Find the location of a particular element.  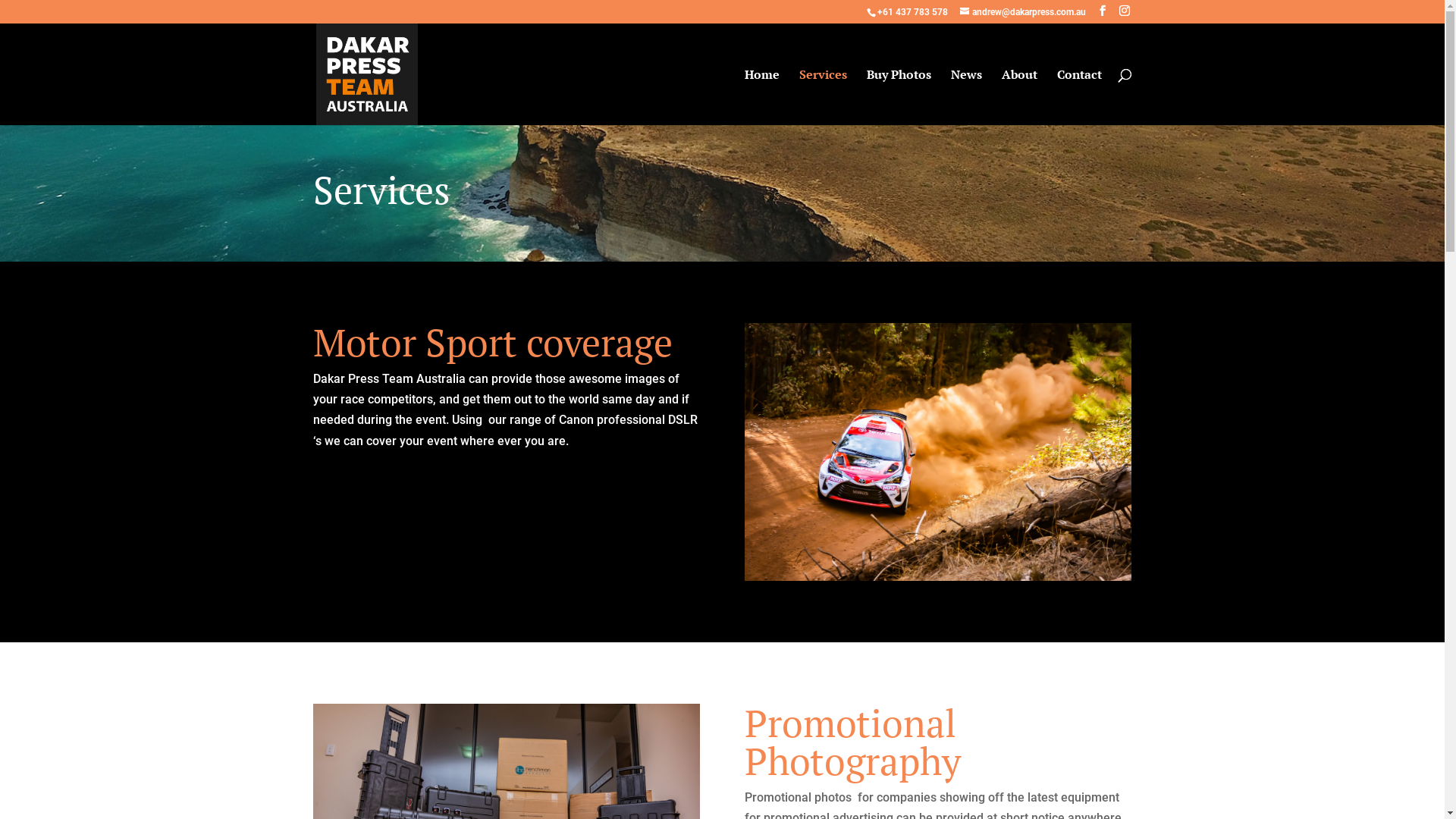

'Services' is located at coordinates (822, 96).